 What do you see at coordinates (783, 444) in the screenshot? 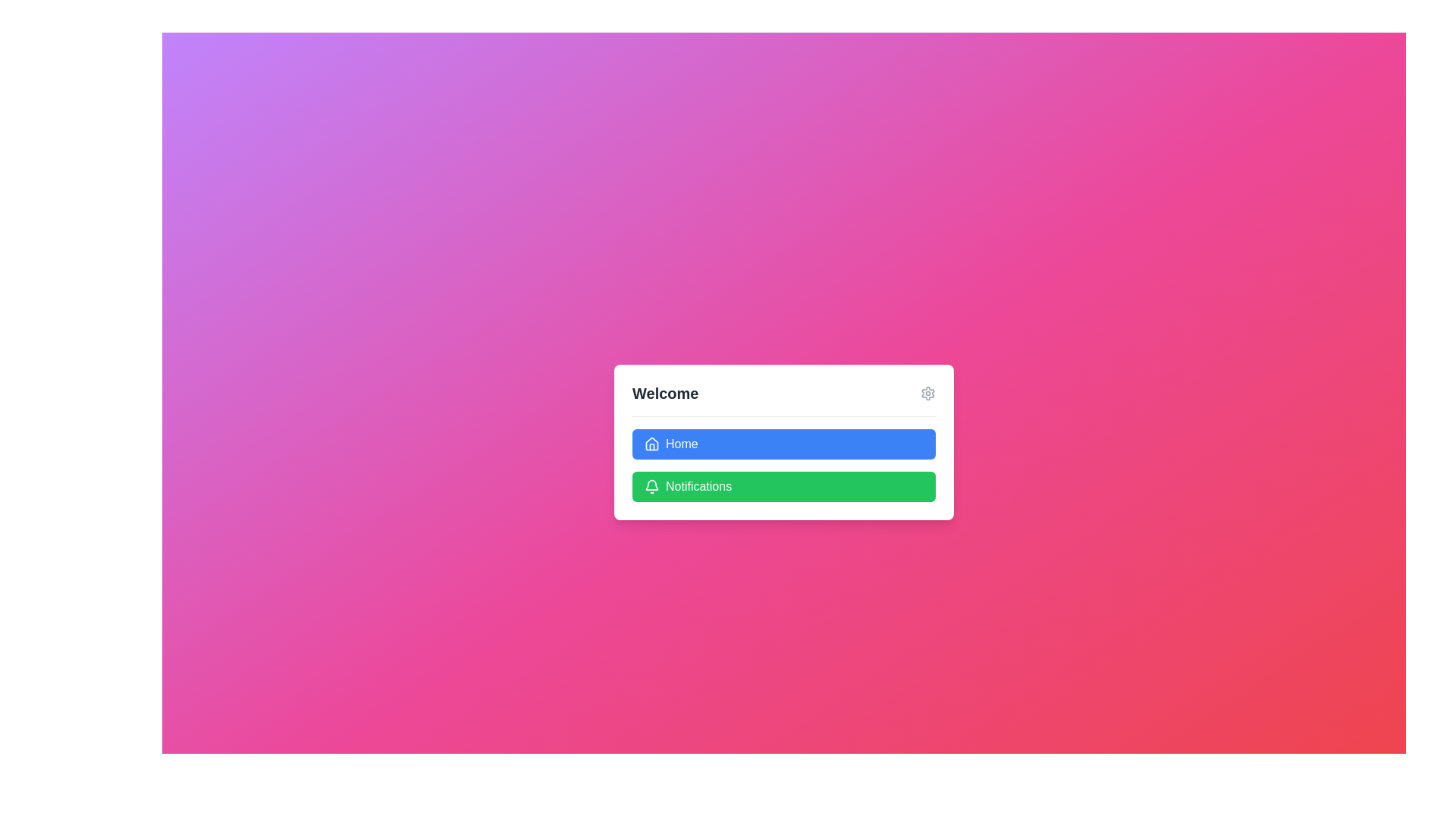
I see `the 'Home' navigation button, which is the first button in a vertical list and leads to the main page` at bounding box center [783, 444].